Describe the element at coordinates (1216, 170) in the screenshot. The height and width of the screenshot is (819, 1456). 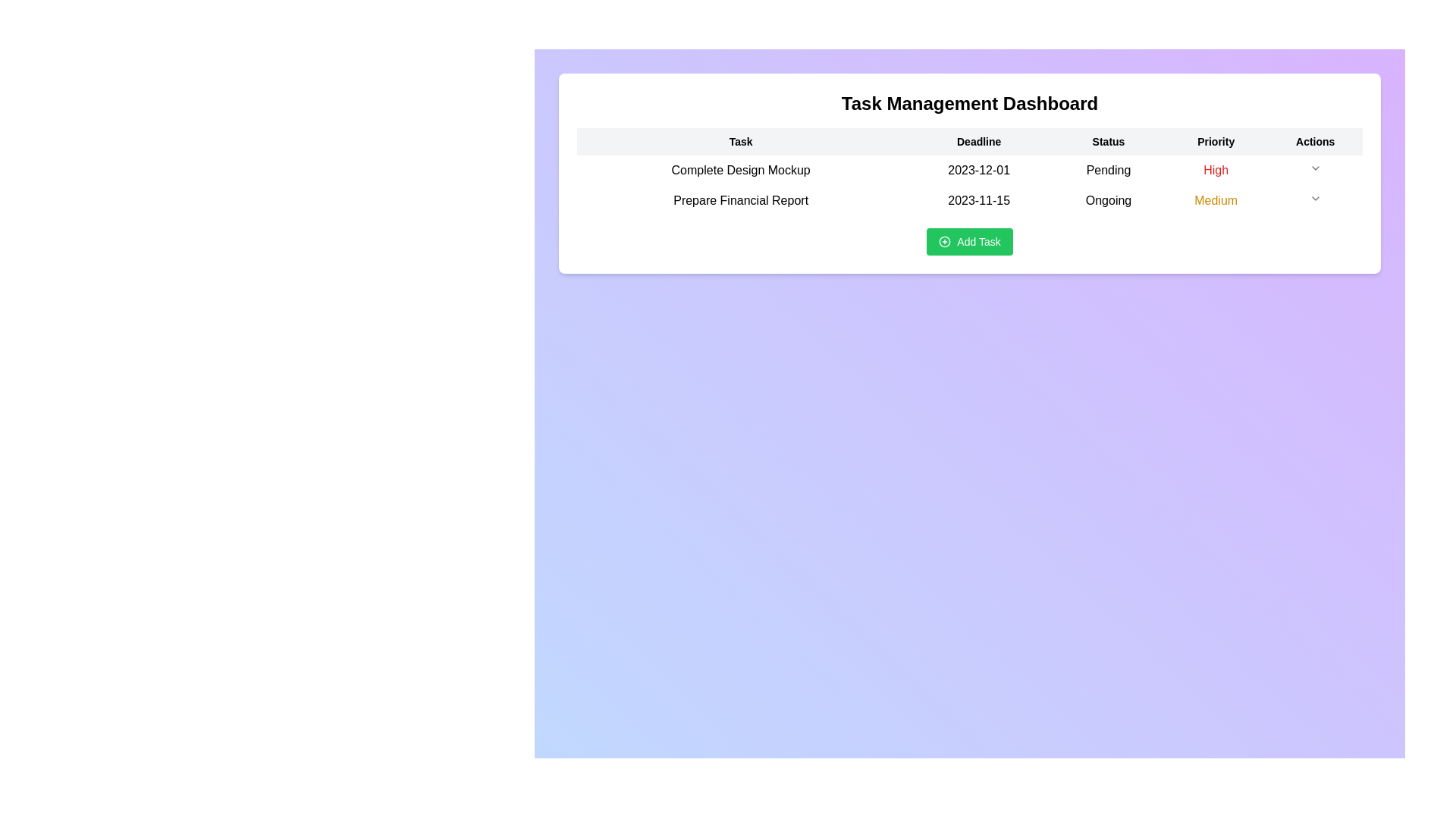
I see `the text label displaying 'High' in red color located in the 'Priority' column of the task table` at that location.